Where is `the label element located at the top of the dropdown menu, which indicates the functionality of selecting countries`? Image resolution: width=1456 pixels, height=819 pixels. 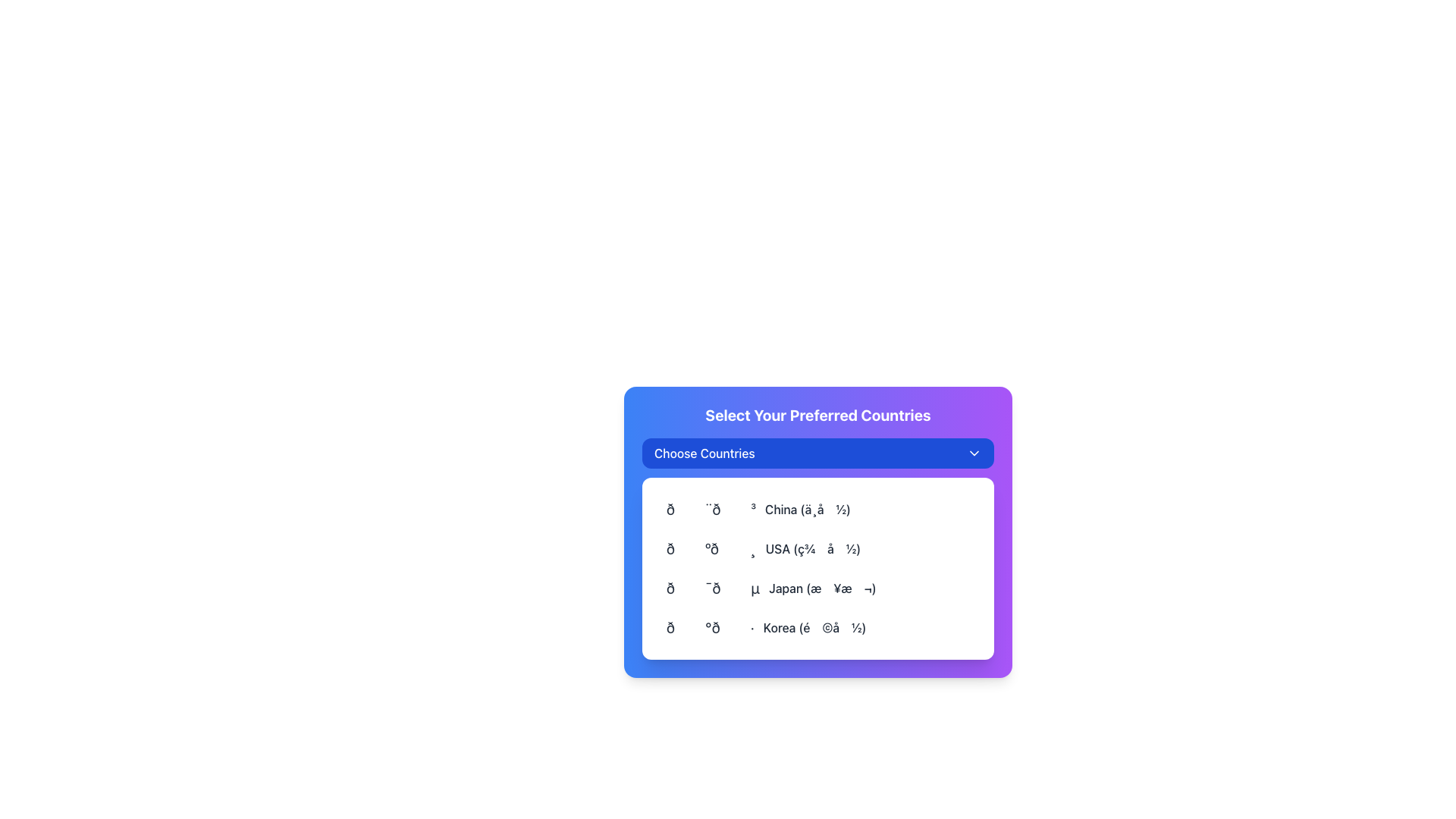
the label element located at the top of the dropdown menu, which indicates the functionality of selecting countries is located at coordinates (704, 452).